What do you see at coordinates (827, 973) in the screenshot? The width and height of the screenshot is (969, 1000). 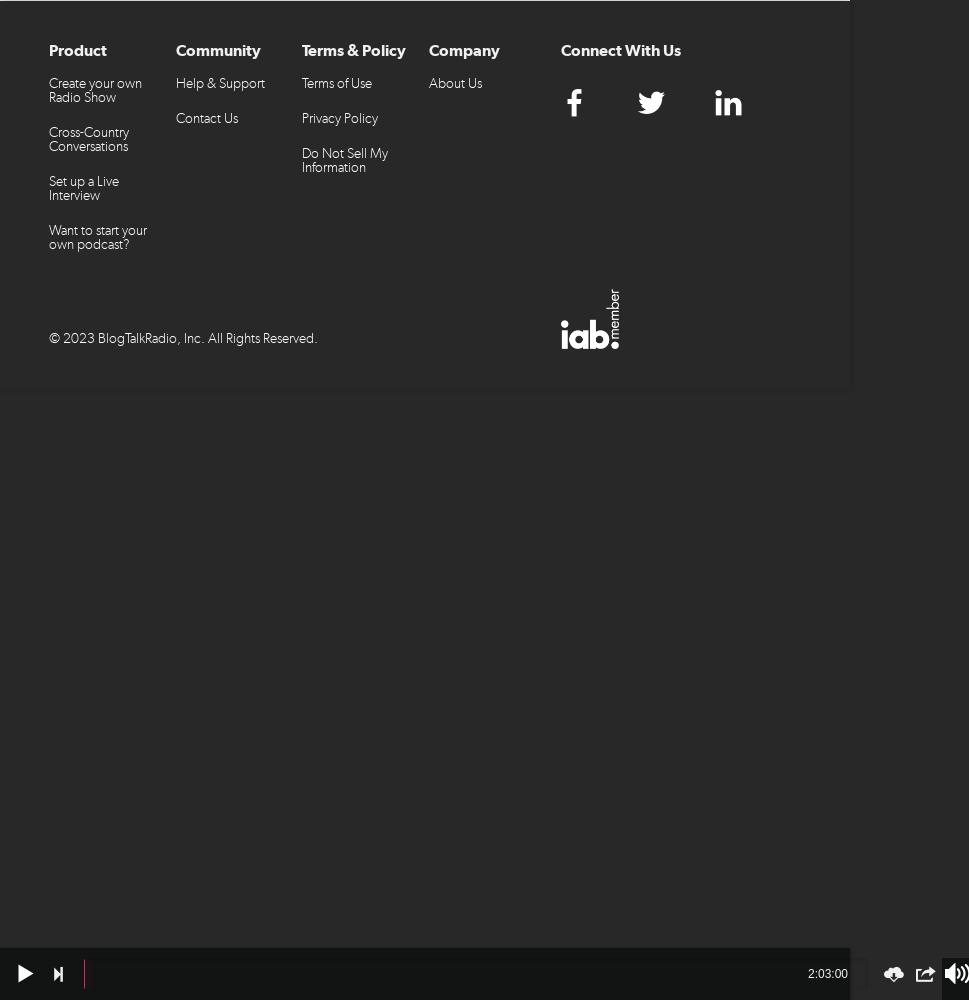 I see `'2:03:00'` at bounding box center [827, 973].